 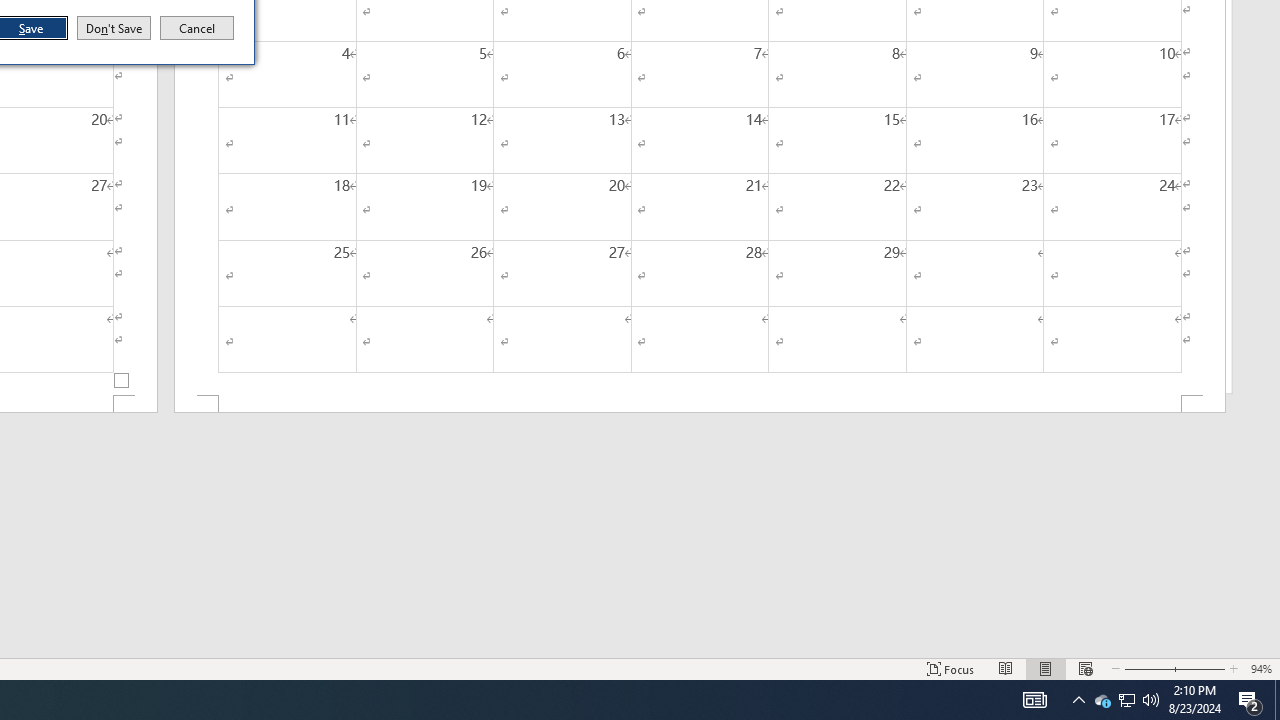 What do you see at coordinates (700, 404) in the screenshot?
I see `'Footer -Section 2-'` at bounding box center [700, 404].